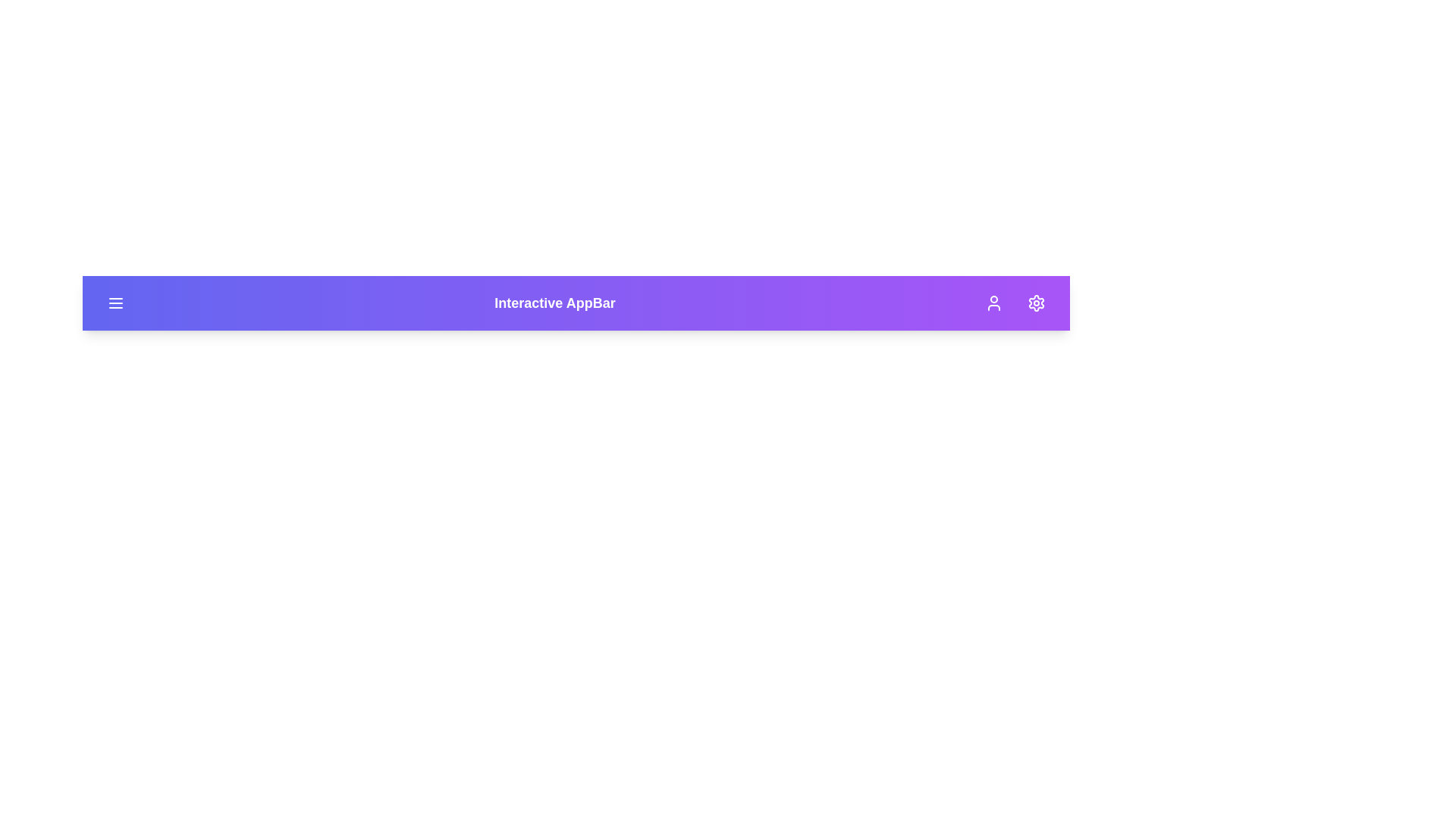  What do you see at coordinates (115, 303) in the screenshot?
I see `the menu button to toggle the visibility of the menu` at bounding box center [115, 303].